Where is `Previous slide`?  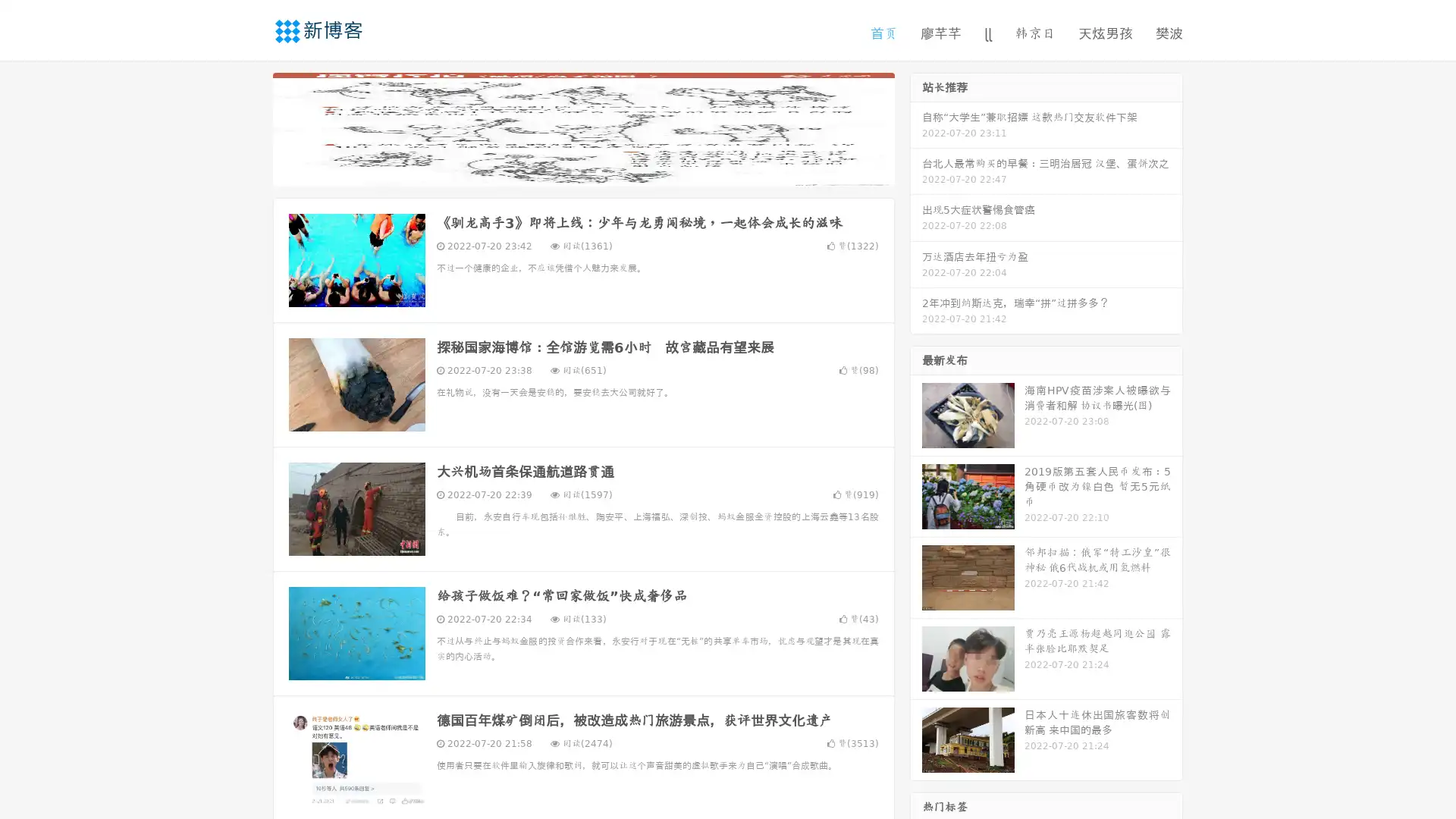 Previous slide is located at coordinates (250, 127).